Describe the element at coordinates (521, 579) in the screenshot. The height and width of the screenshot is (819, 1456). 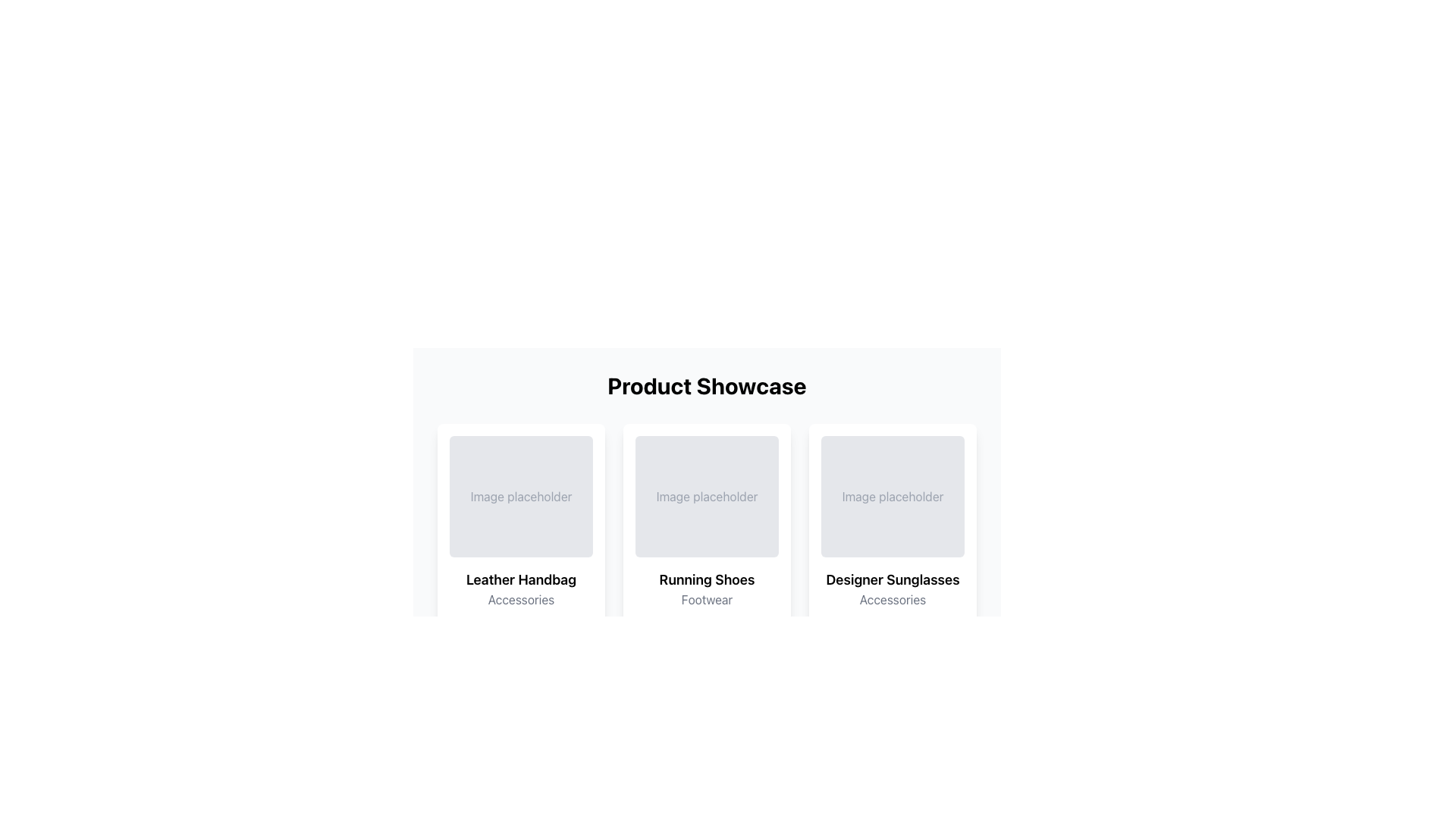
I see `the text label that reads 'Leather Handbag', which is styled in bold and large font, centrally positioned within the product card` at that location.